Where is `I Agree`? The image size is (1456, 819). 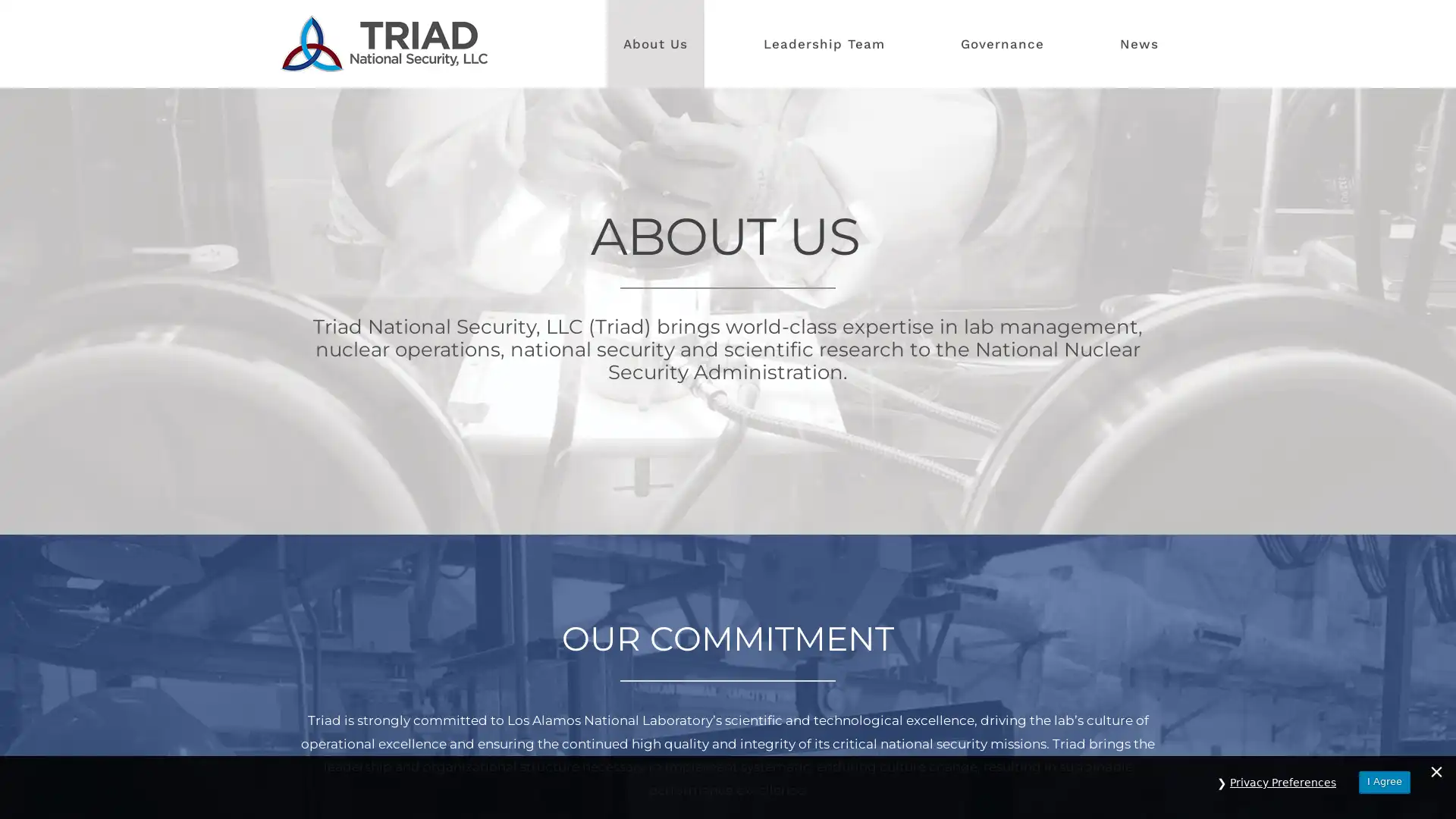
I Agree is located at coordinates (1384, 790).